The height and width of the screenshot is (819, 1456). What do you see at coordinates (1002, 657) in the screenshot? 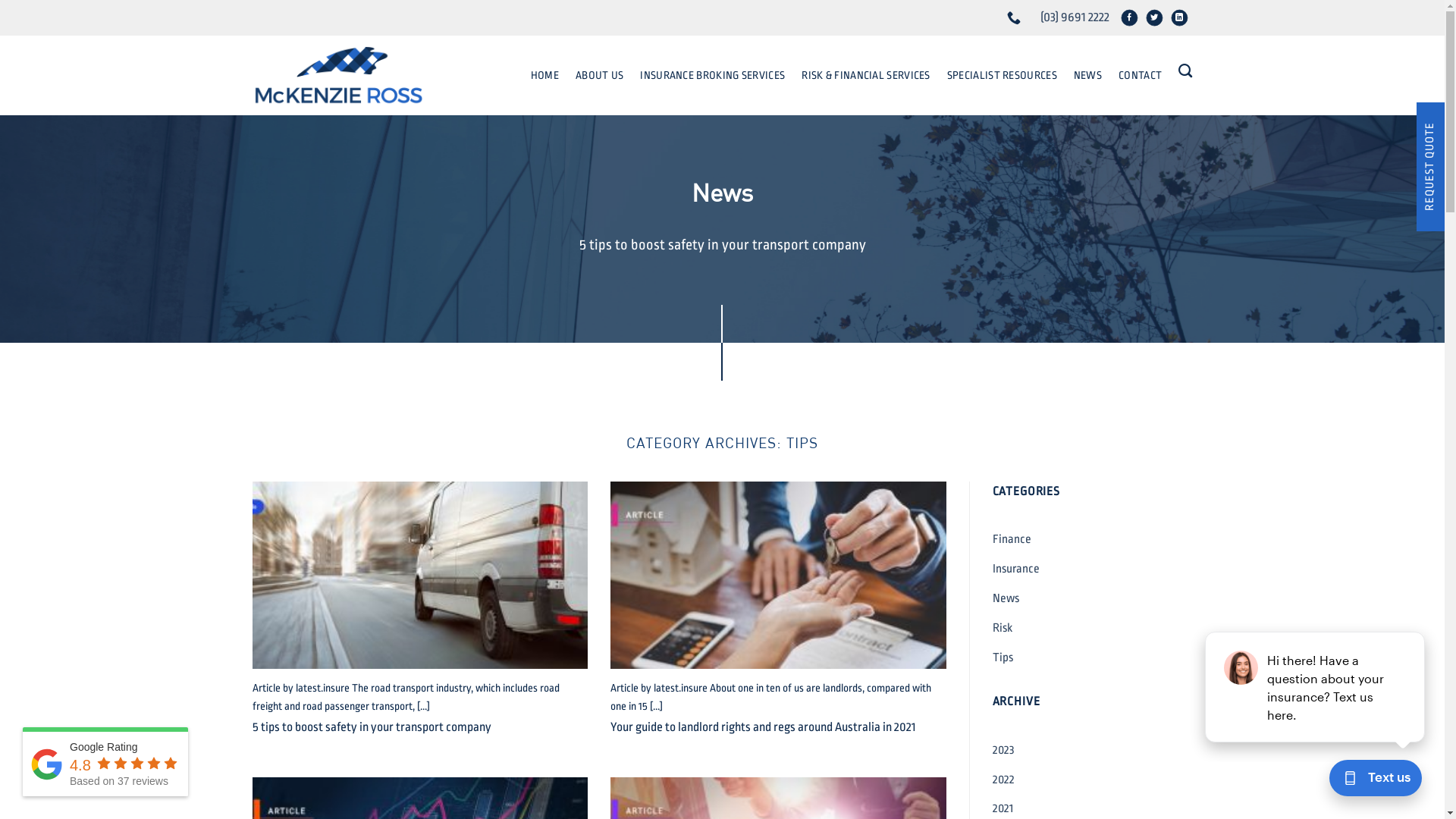
I see `'Tips'` at bounding box center [1002, 657].